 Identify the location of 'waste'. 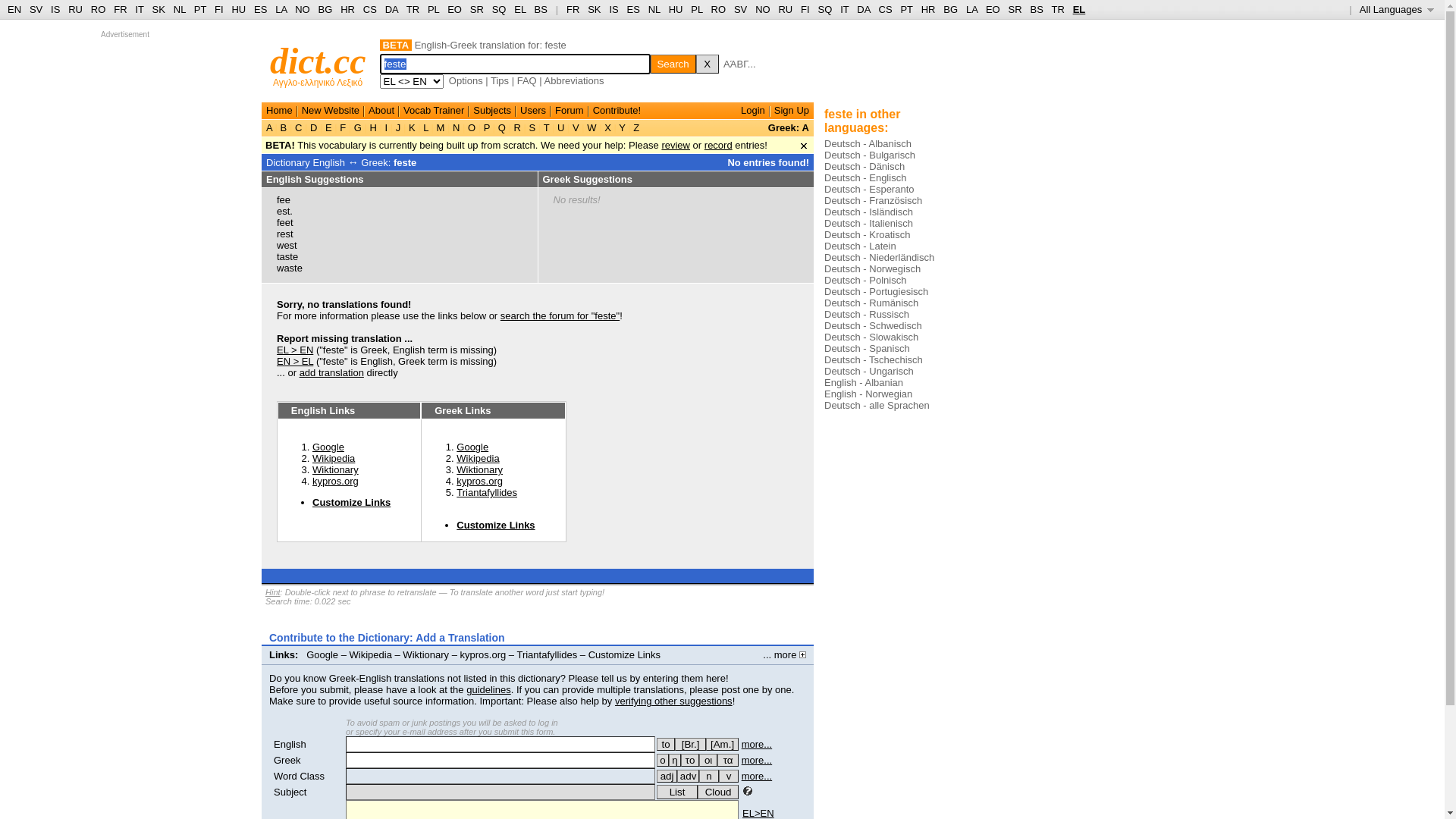
(290, 267).